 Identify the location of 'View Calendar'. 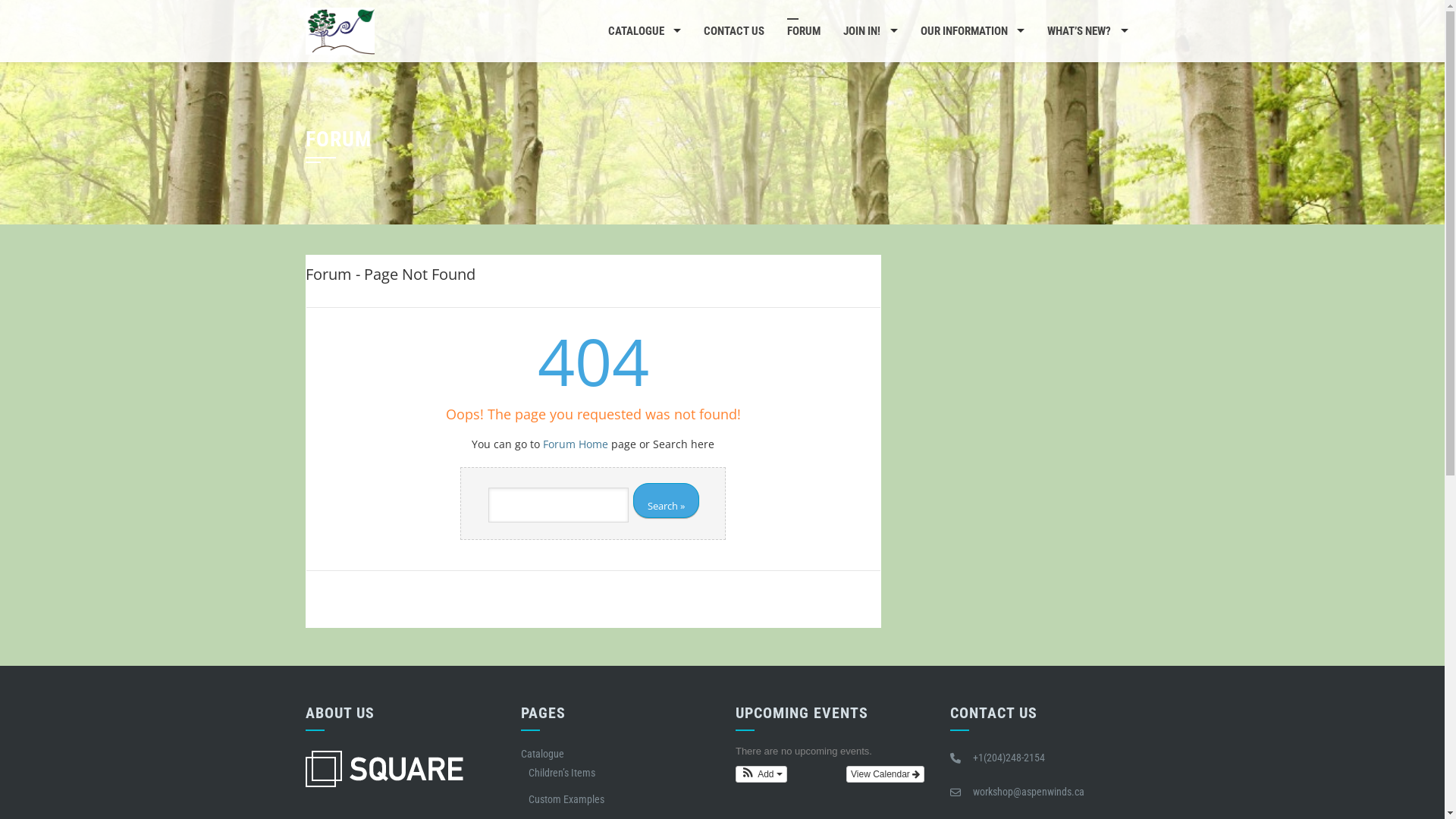
(885, 774).